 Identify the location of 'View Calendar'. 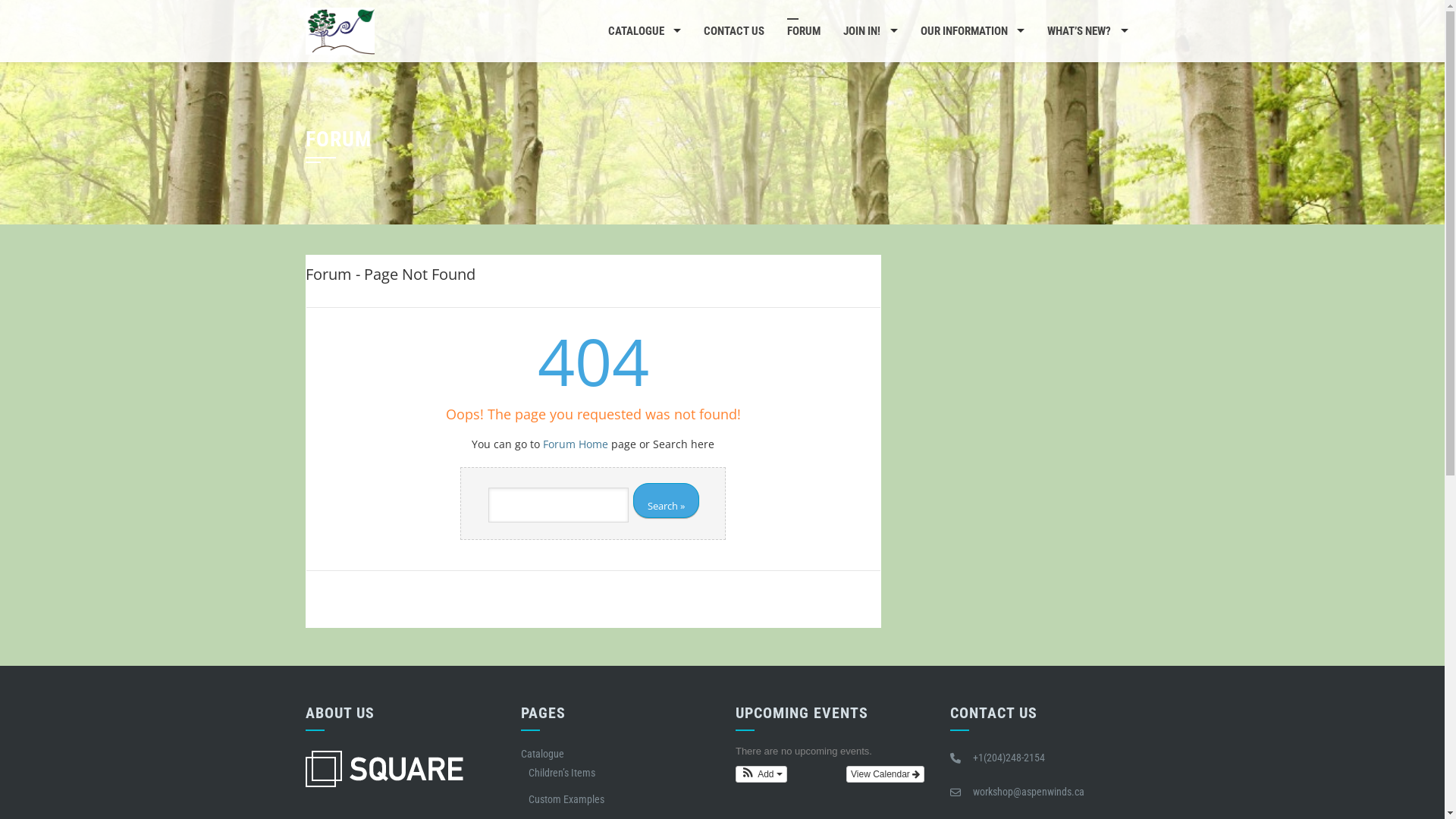
(885, 774).